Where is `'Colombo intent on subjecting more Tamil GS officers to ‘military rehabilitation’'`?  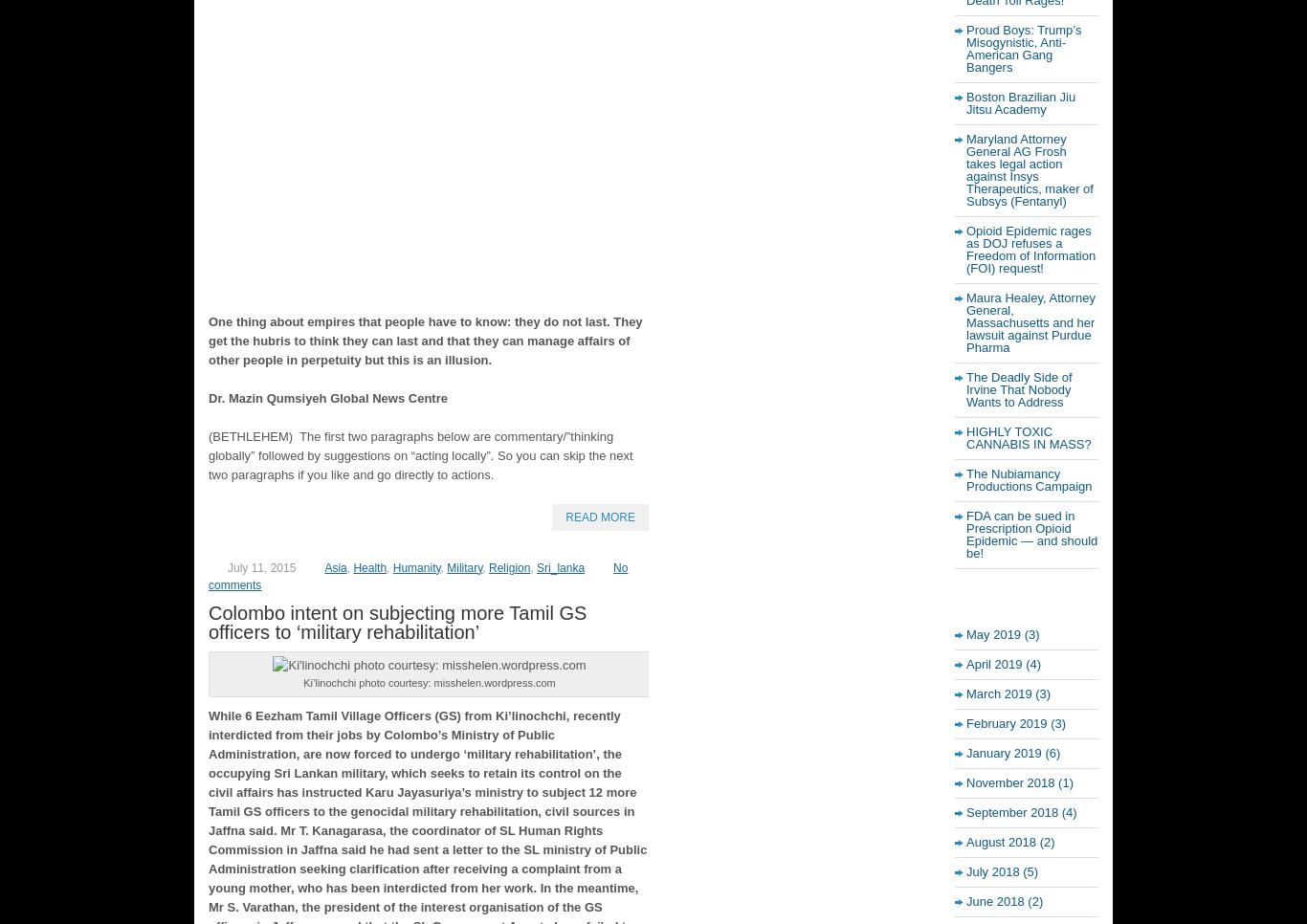
'Colombo intent on subjecting more Tamil GS officers to ‘military rehabilitation’' is located at coordinates (396, 621).